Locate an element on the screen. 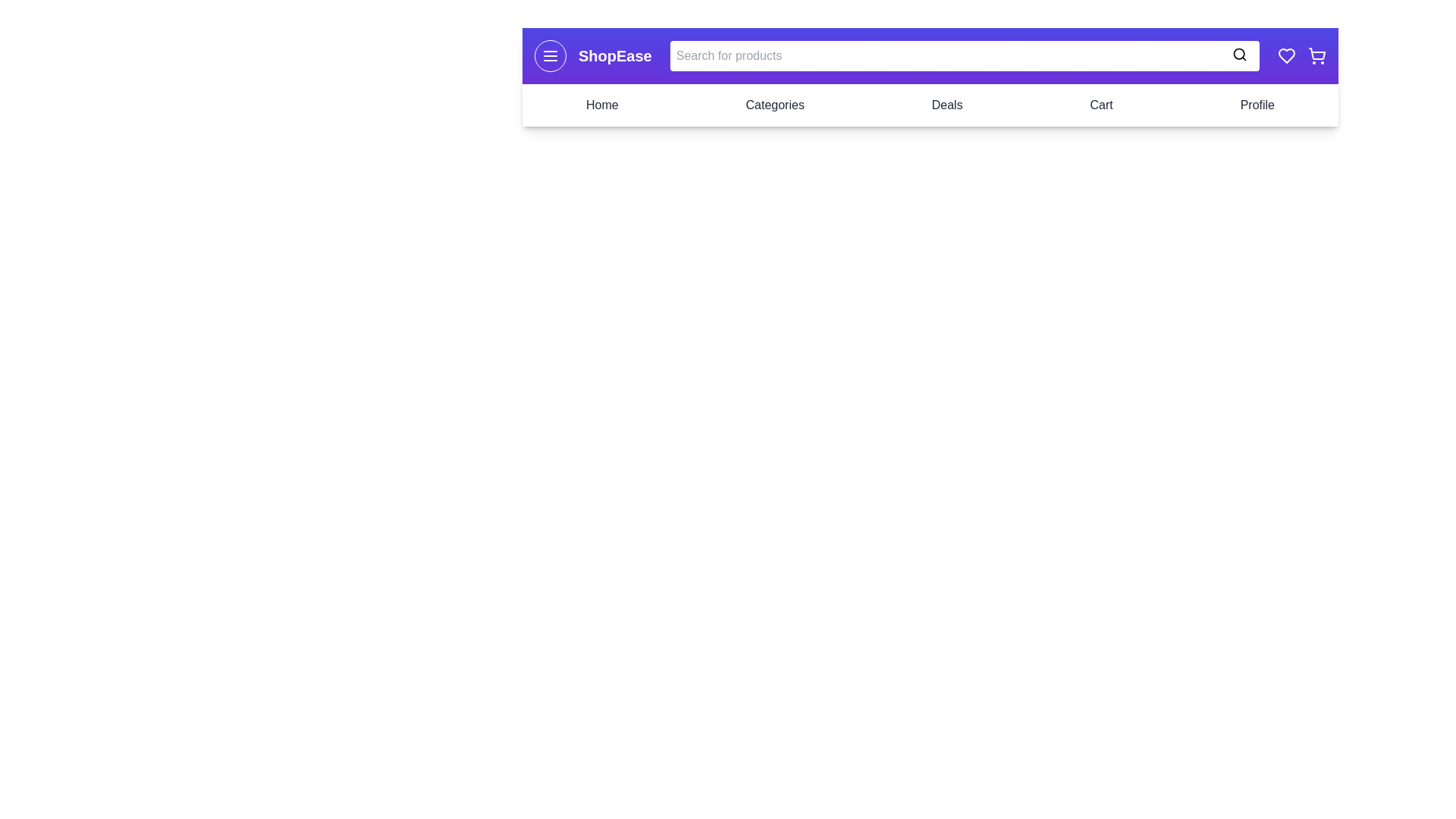  the search input field to focus on it is located at coordinates (964, 55).